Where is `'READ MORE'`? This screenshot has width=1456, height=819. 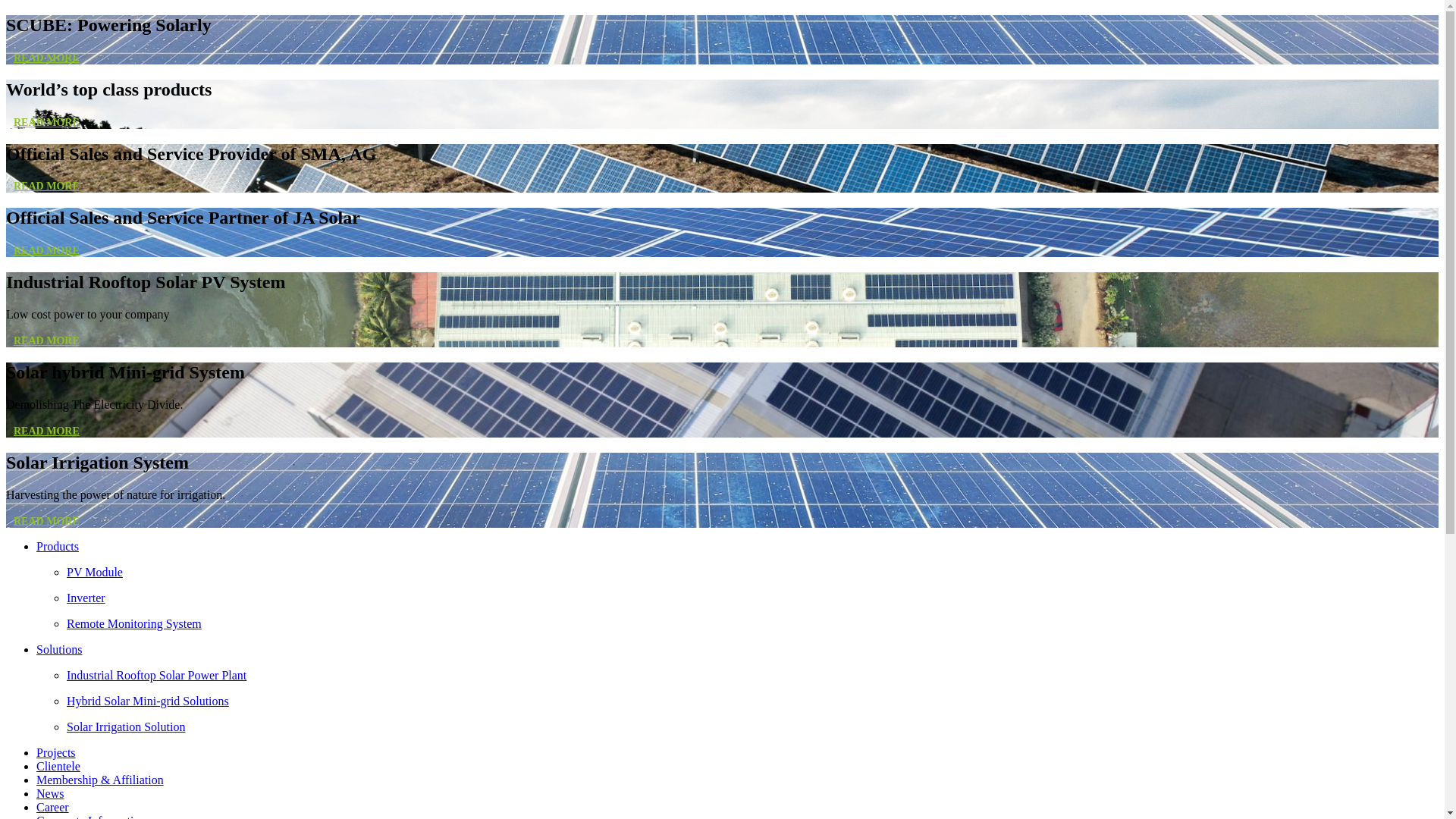
'READ MORE' is located at coordinates (46, 185).